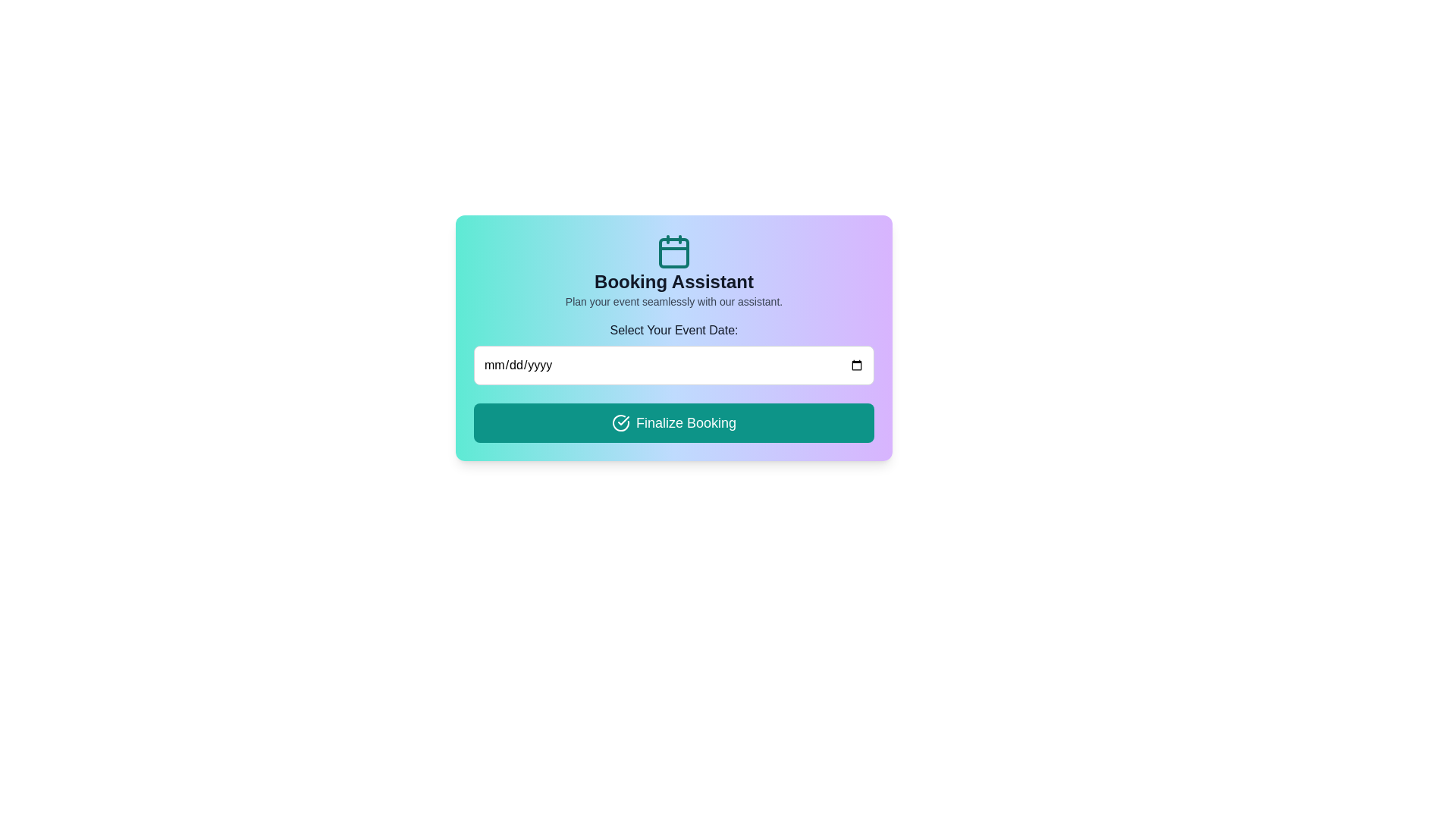  What do you see at coordinates (673, 423) in the screenshot?
I see `the submission button located at the bottom of the card to finalize the event booking` at bounding box center [673, 423].